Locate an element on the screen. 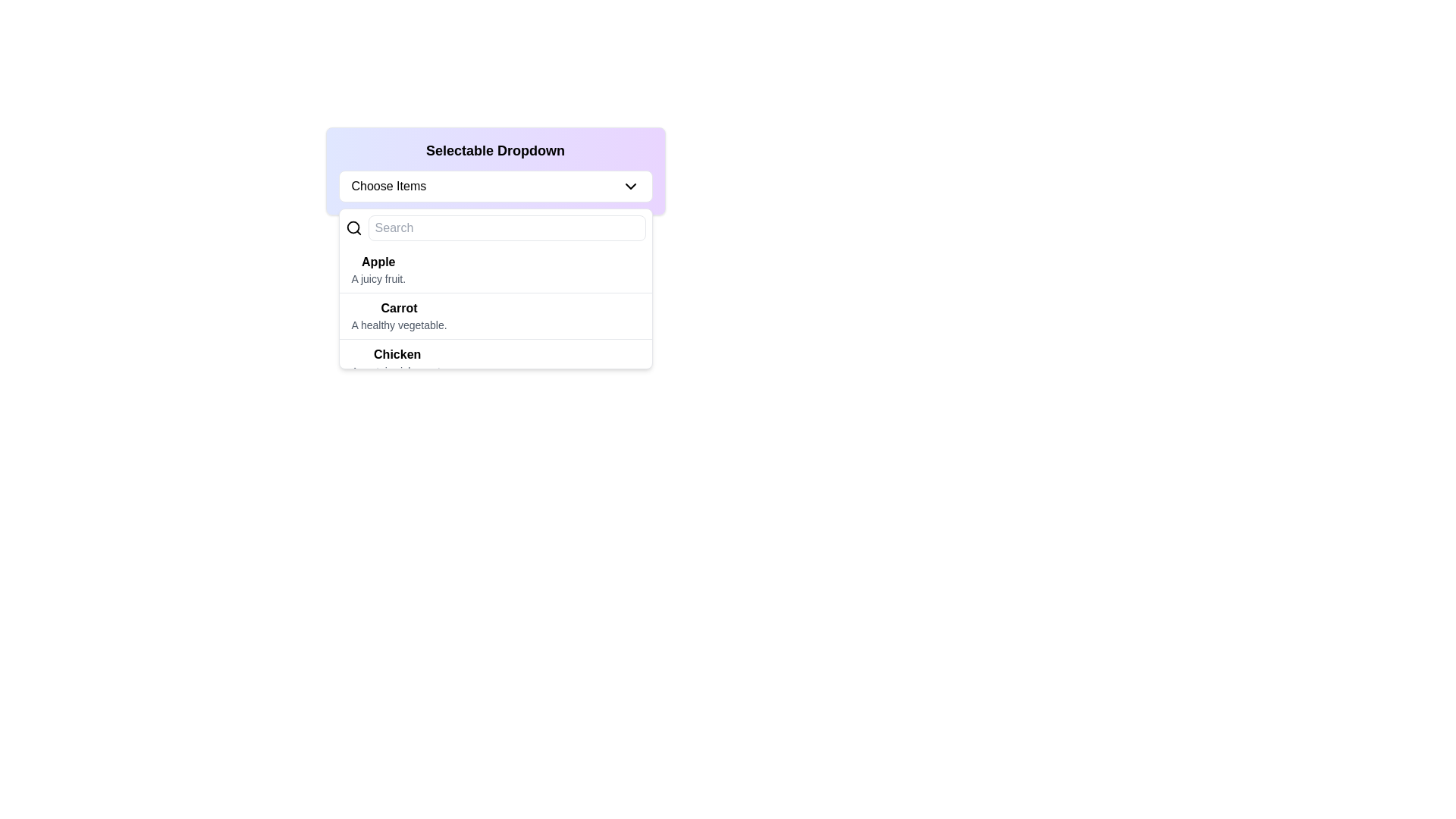  the Text label that provides clarification for the main content, located below the bolded text 'Chicken' in the dropdown list under the 'Selectable Dropdown' header is located at coordinates (397, 371).